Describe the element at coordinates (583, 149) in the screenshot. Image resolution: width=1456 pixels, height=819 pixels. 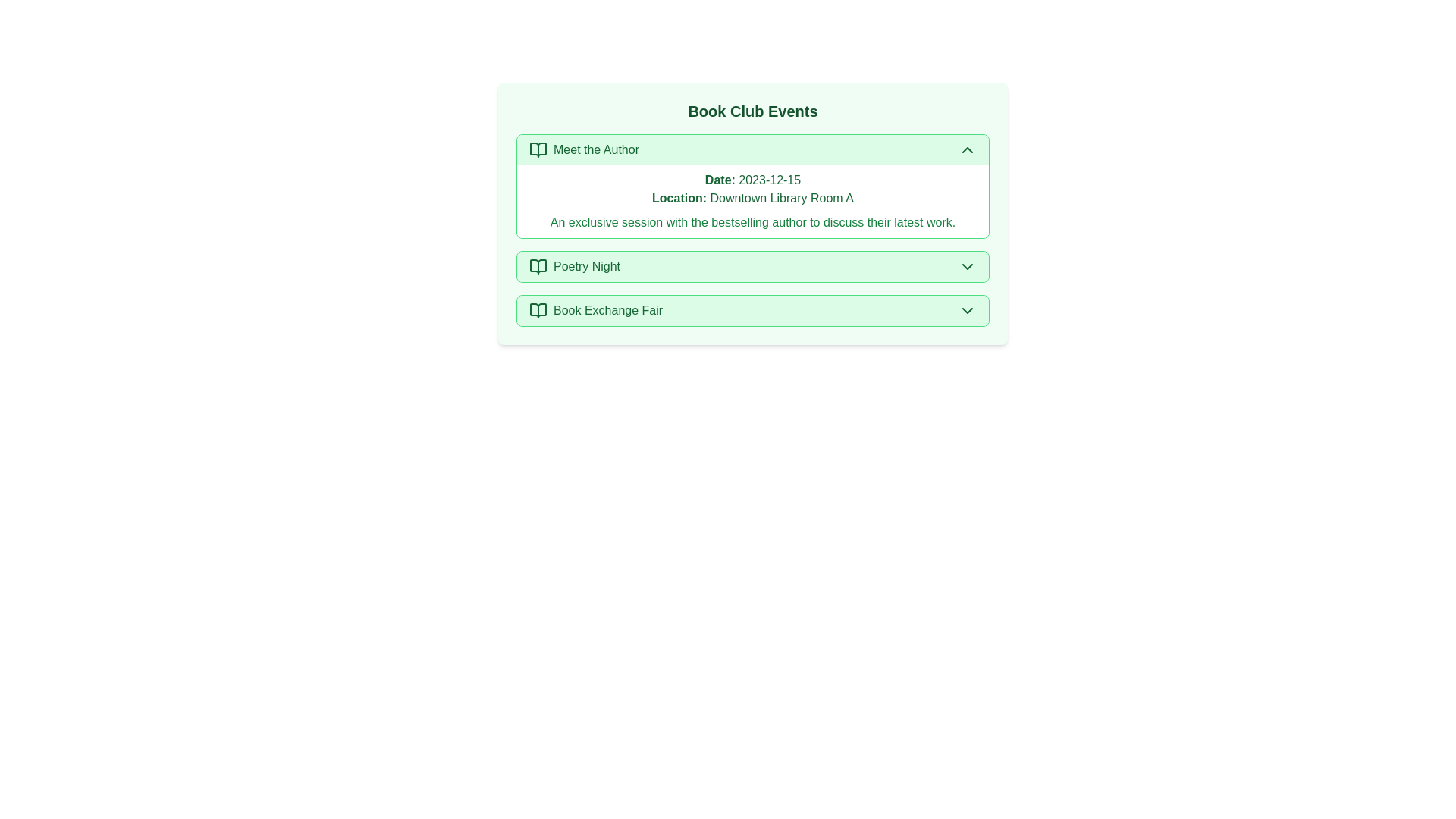
I see `the 'Meet the Author' List Header with Icon, which features an open book icon and green color scheme` at that location.